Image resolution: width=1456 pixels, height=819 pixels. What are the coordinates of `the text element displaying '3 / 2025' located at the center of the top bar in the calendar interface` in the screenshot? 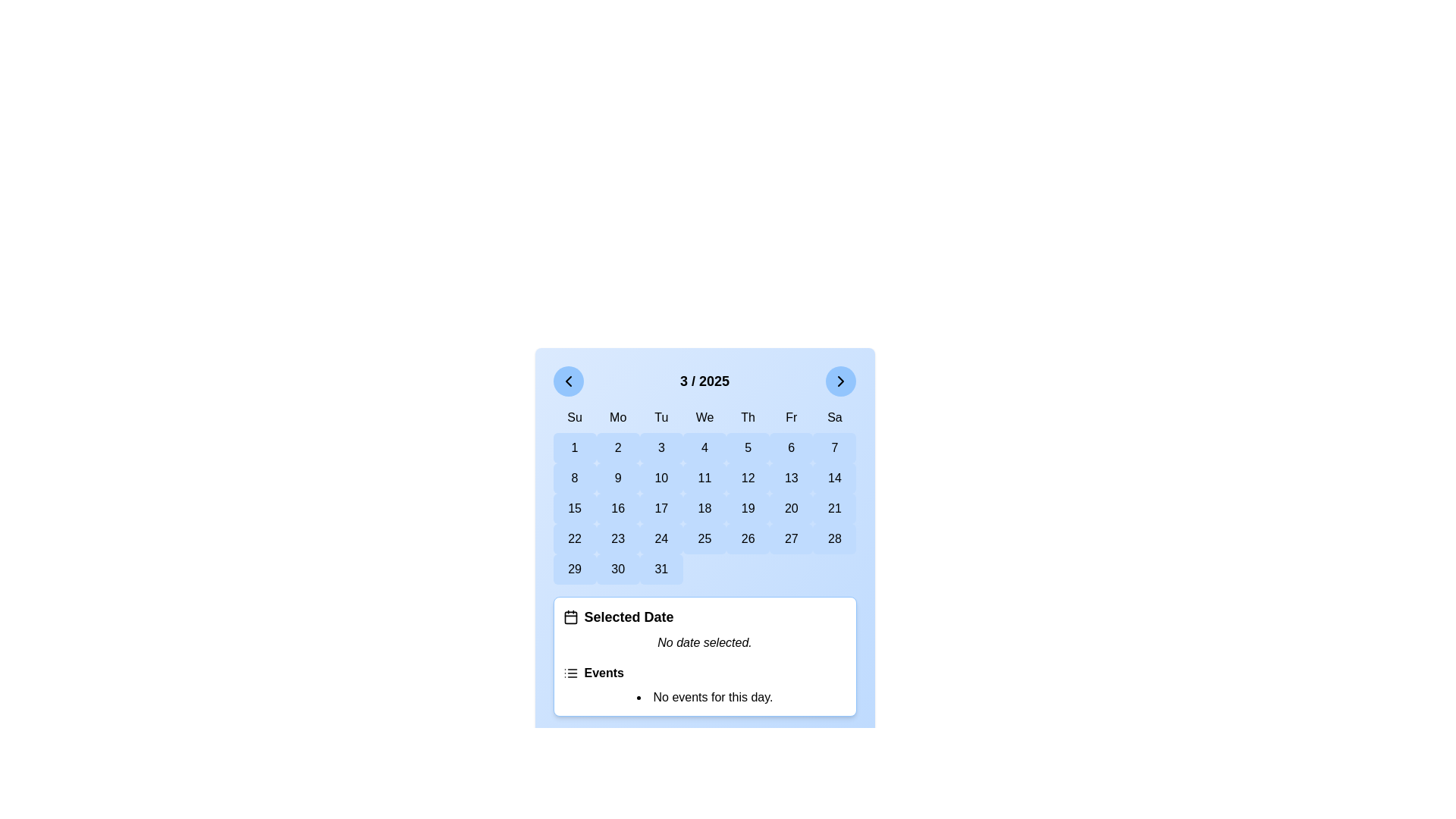 It's located at (704, 380).